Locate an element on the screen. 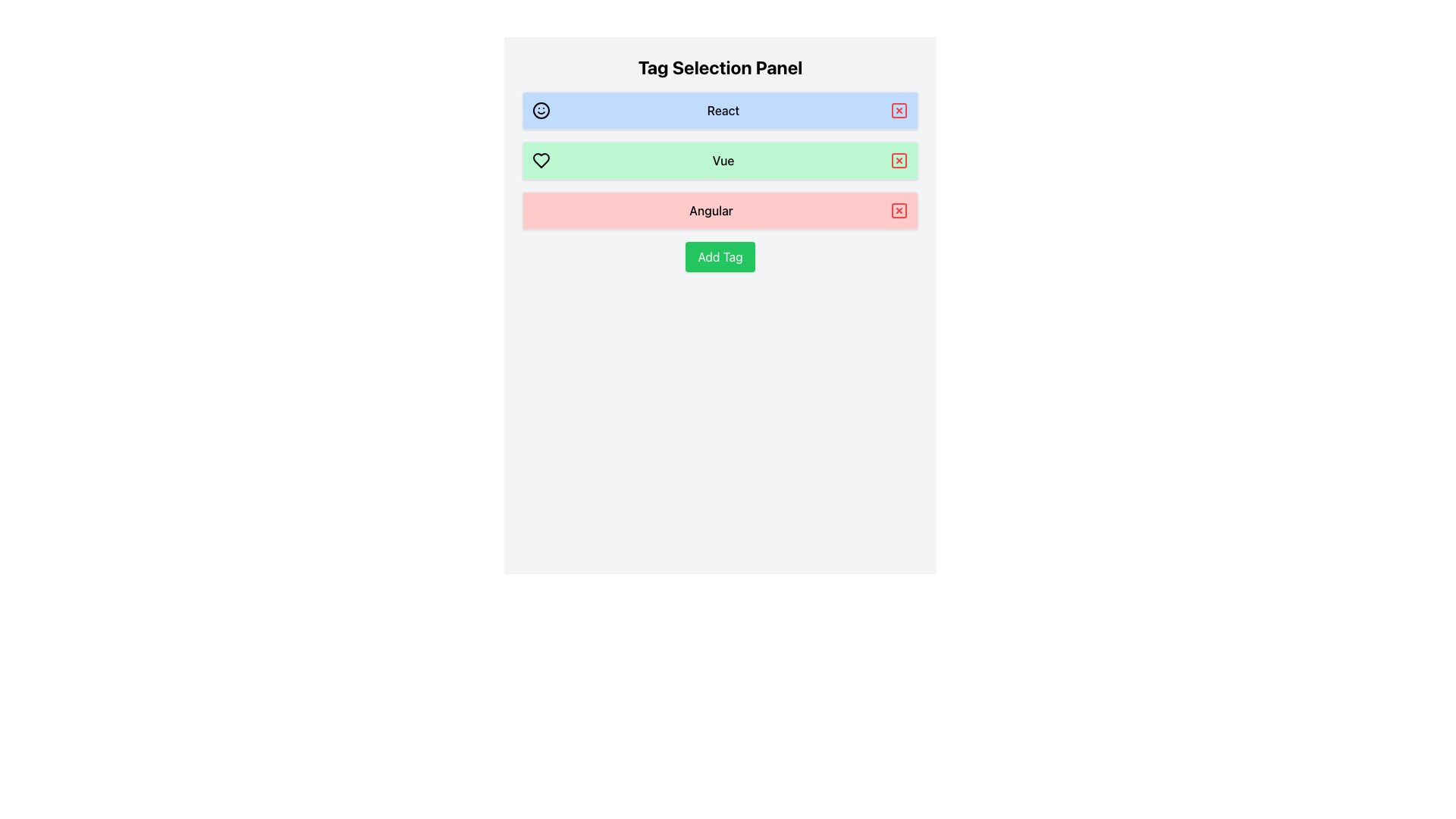  the active Tag item representing the Angular framework, which is the third item in a vertical list of three tags, to select it is located at coordinates (720, 210).